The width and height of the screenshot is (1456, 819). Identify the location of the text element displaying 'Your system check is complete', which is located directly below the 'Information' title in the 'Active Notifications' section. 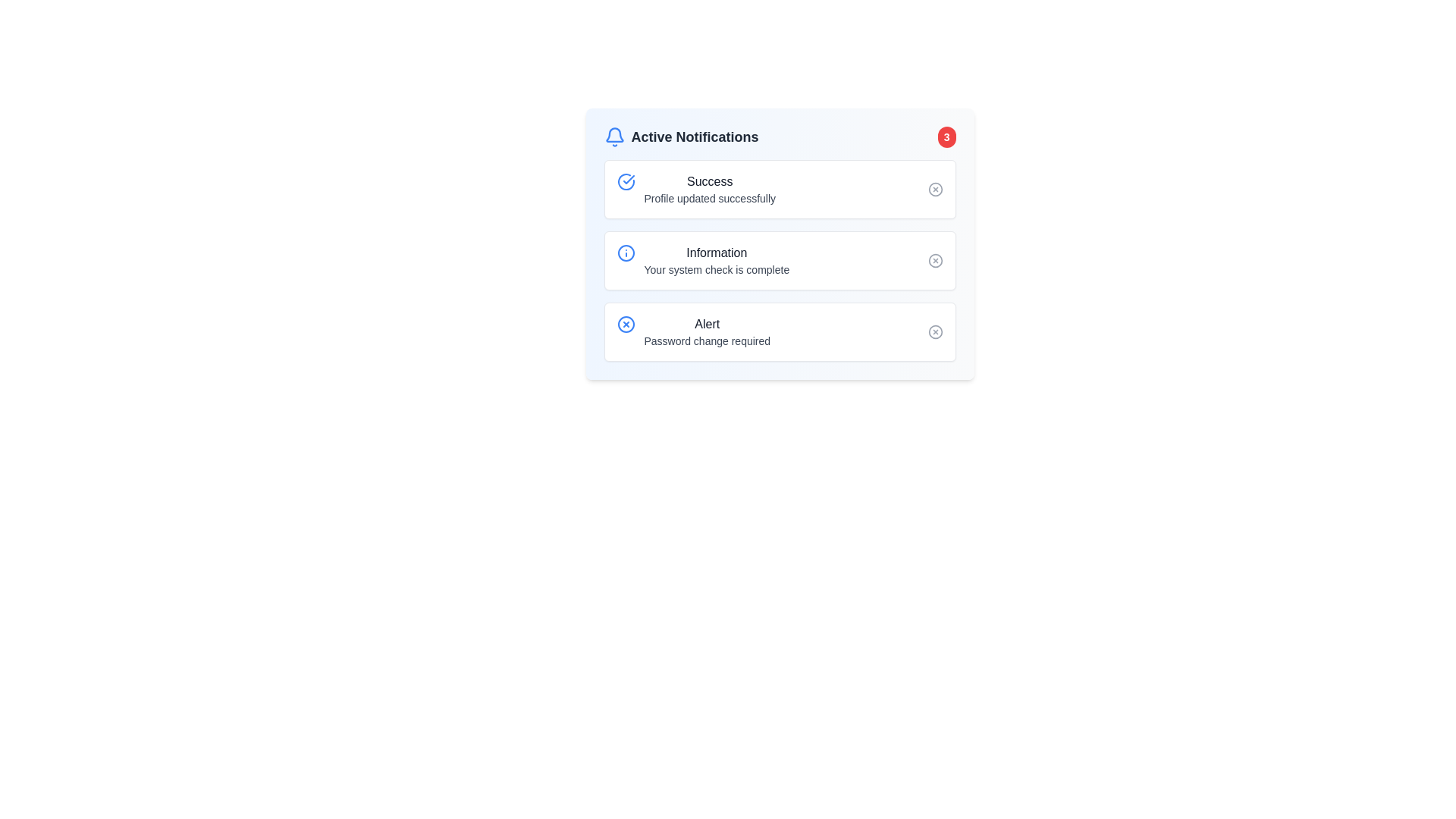
(716, 268).